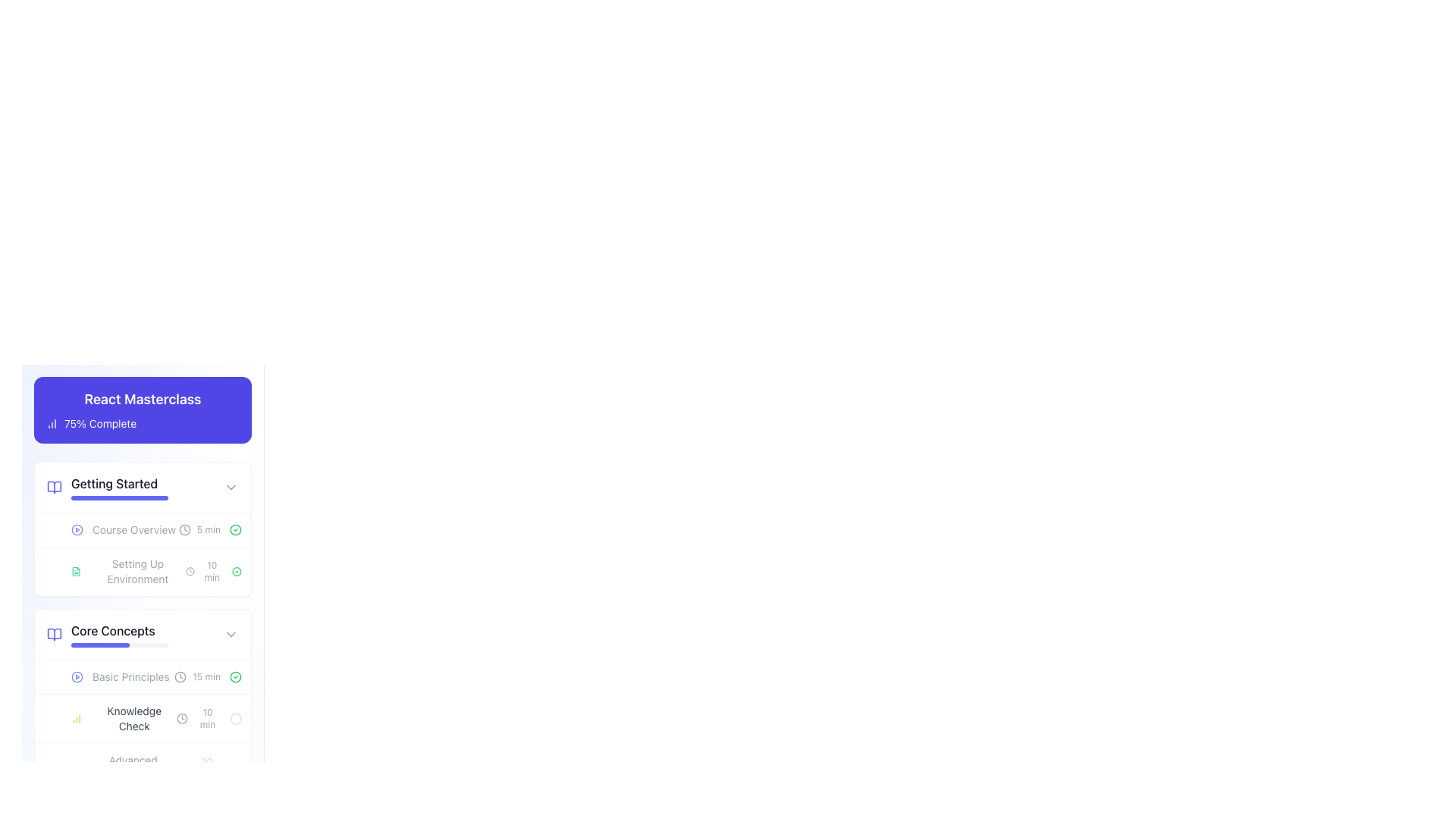 The width and height of the screenshot is (1456, 819). Describe the element at coordinates (99, 645) in the screenshot. I see `the progress bar located in the 'Core Concepts' section under the 'React Masterclass' sidebar menu, which visually depicts the completion percentage for a specific module or task` at that location.